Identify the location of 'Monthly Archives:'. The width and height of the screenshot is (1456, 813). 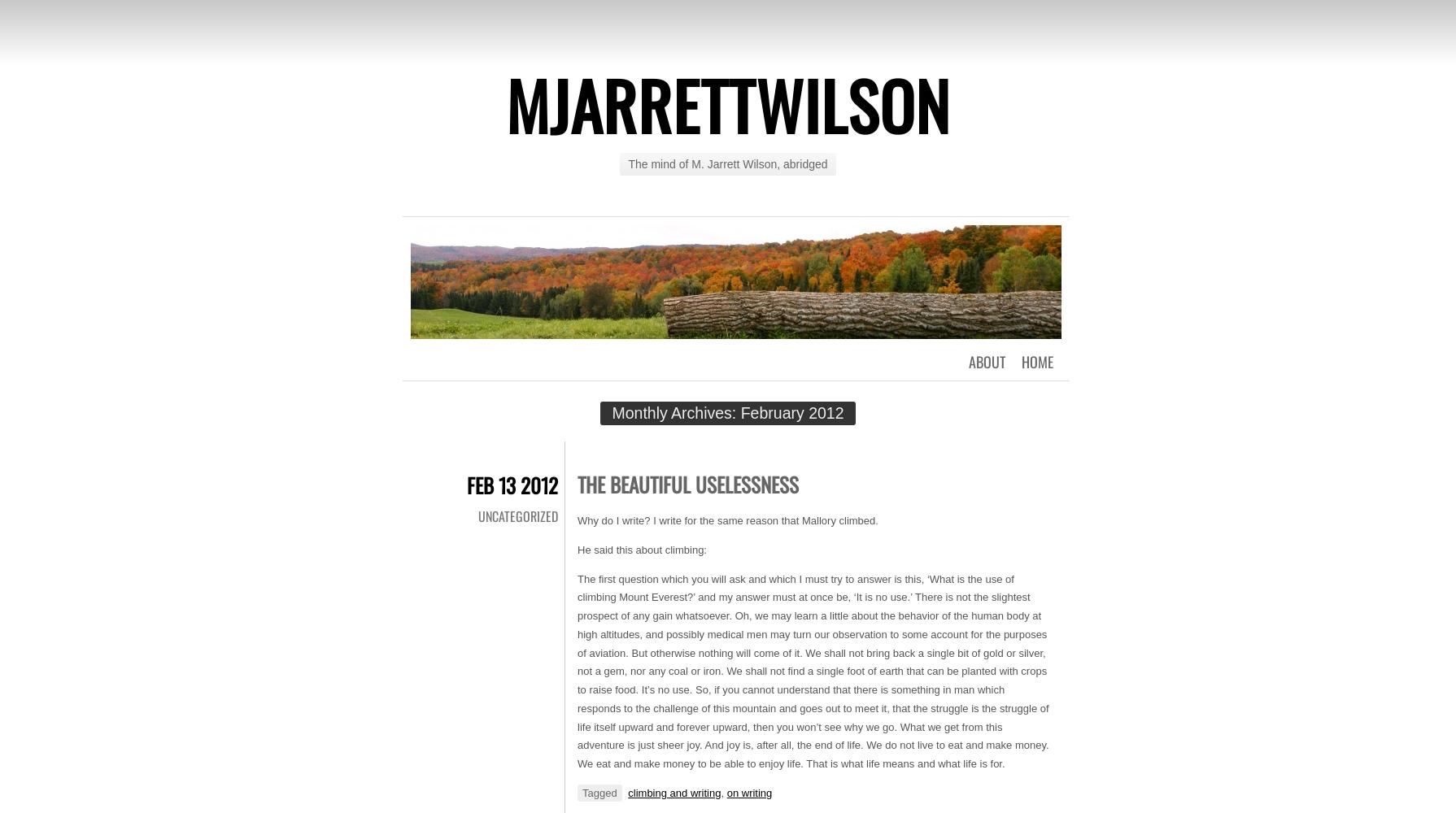
(674, 413).